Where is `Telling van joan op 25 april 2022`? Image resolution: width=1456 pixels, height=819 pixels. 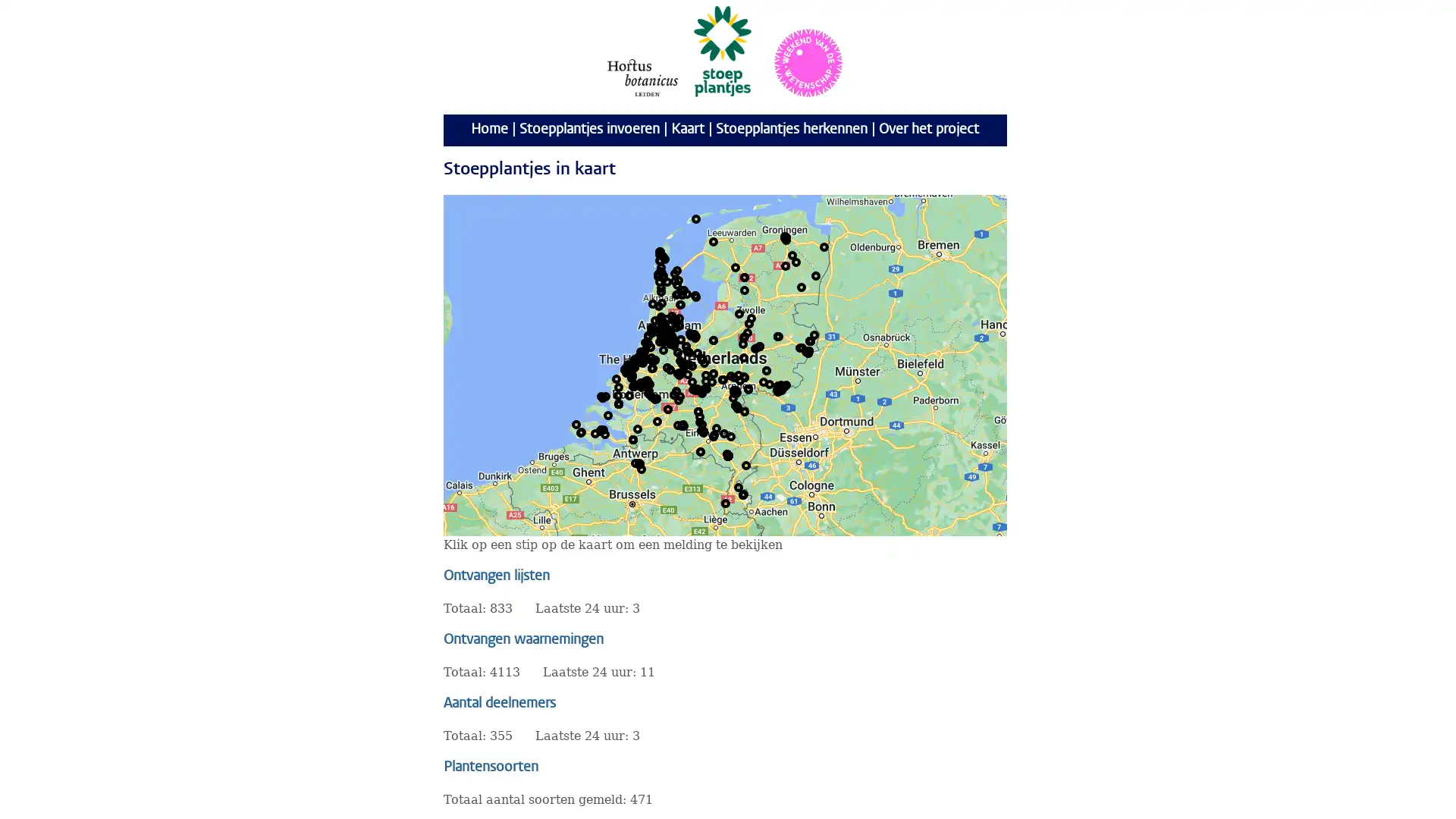
Telling van joan op 25 april 2022 is located at coordinates (676, 373).